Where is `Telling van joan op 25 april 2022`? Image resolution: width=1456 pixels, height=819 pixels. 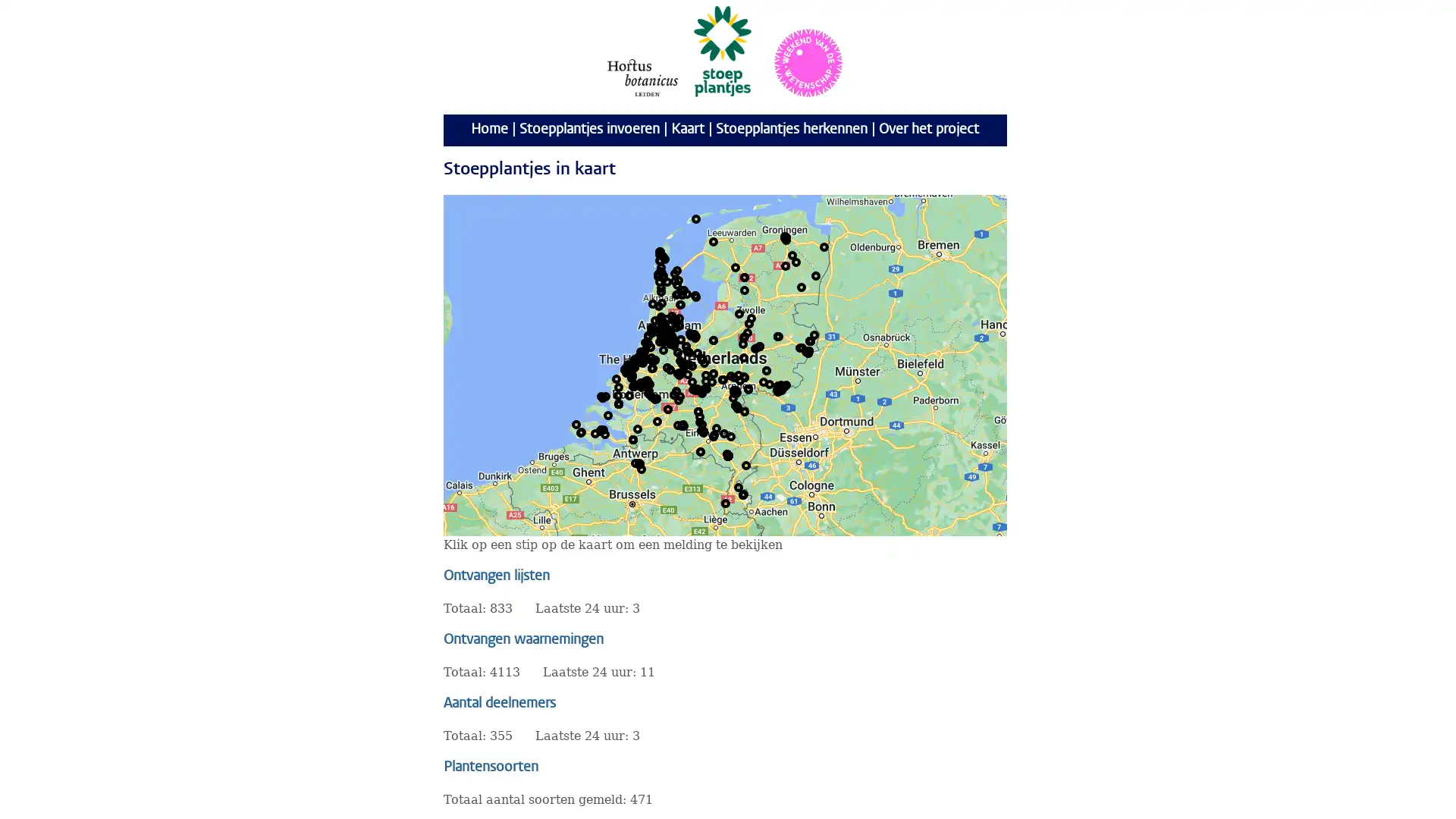
Telling van joan op 25 april 2022 is located at coordinates (676, 373).